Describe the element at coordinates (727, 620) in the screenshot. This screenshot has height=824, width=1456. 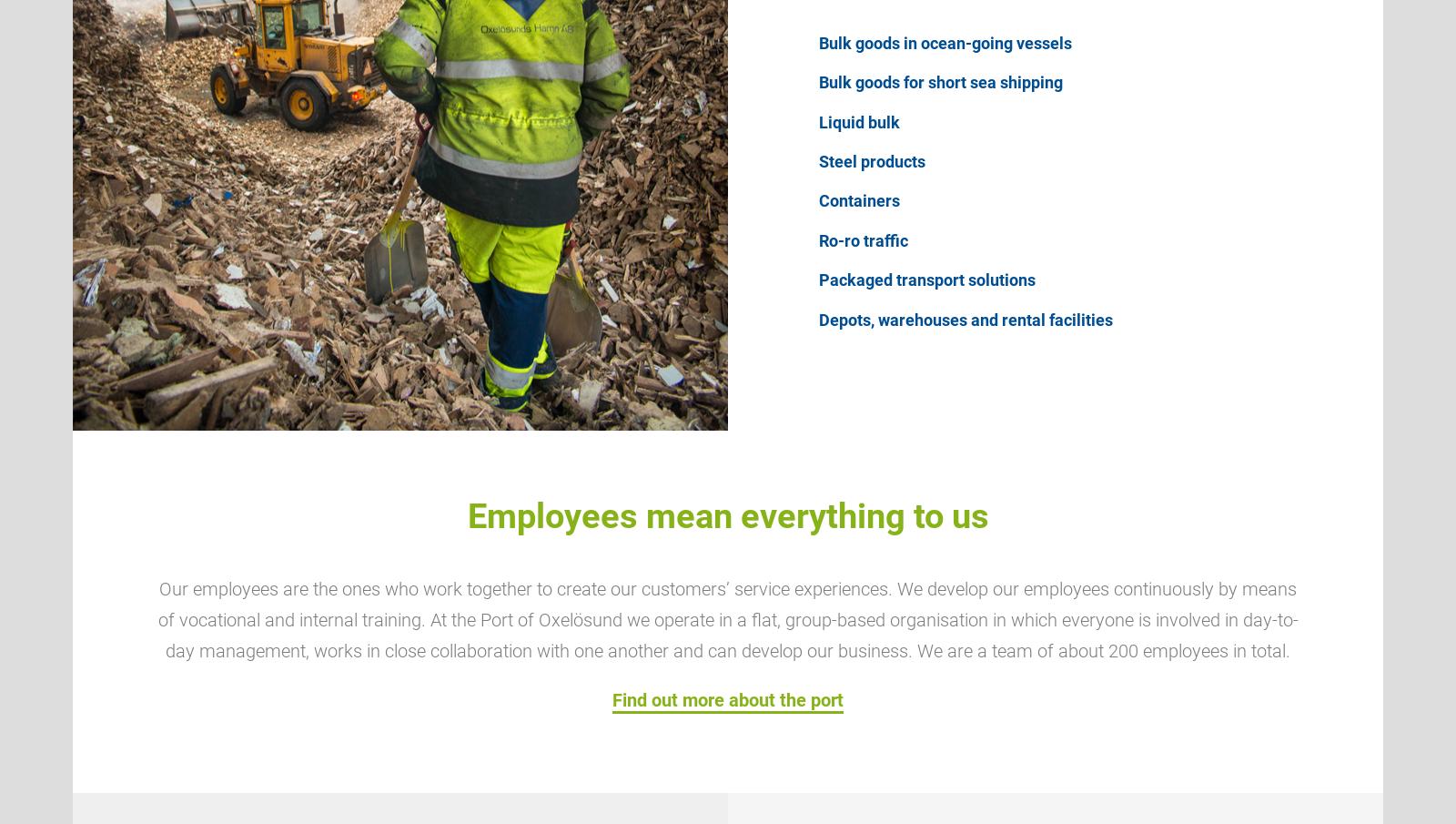
I see `'Our employees are the ones who work together to create our customers’ service experiences. We develop our employees continuously by means of vocational and internal training. At the Port of Oxelösund we operate in a flat, group-based organisation in which everyone is involved in day-to-day management, works in close collaboration with one another and can develop our business. We are a team of about 200 employees in total.'` at that location.